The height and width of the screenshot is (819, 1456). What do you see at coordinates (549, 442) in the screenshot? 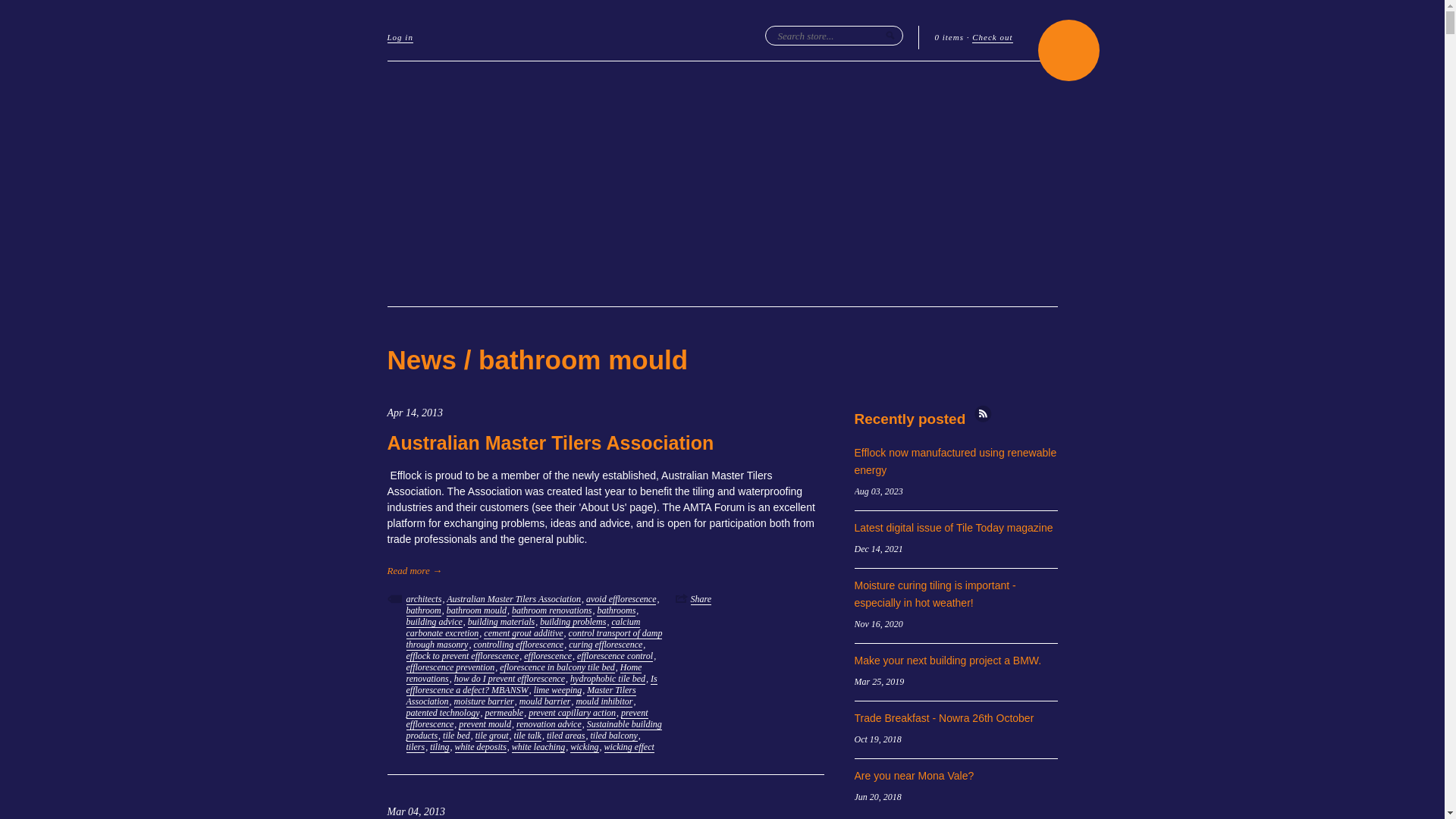
I see `'Australian Master Tilers Association'` at bounding box center [549, 442].